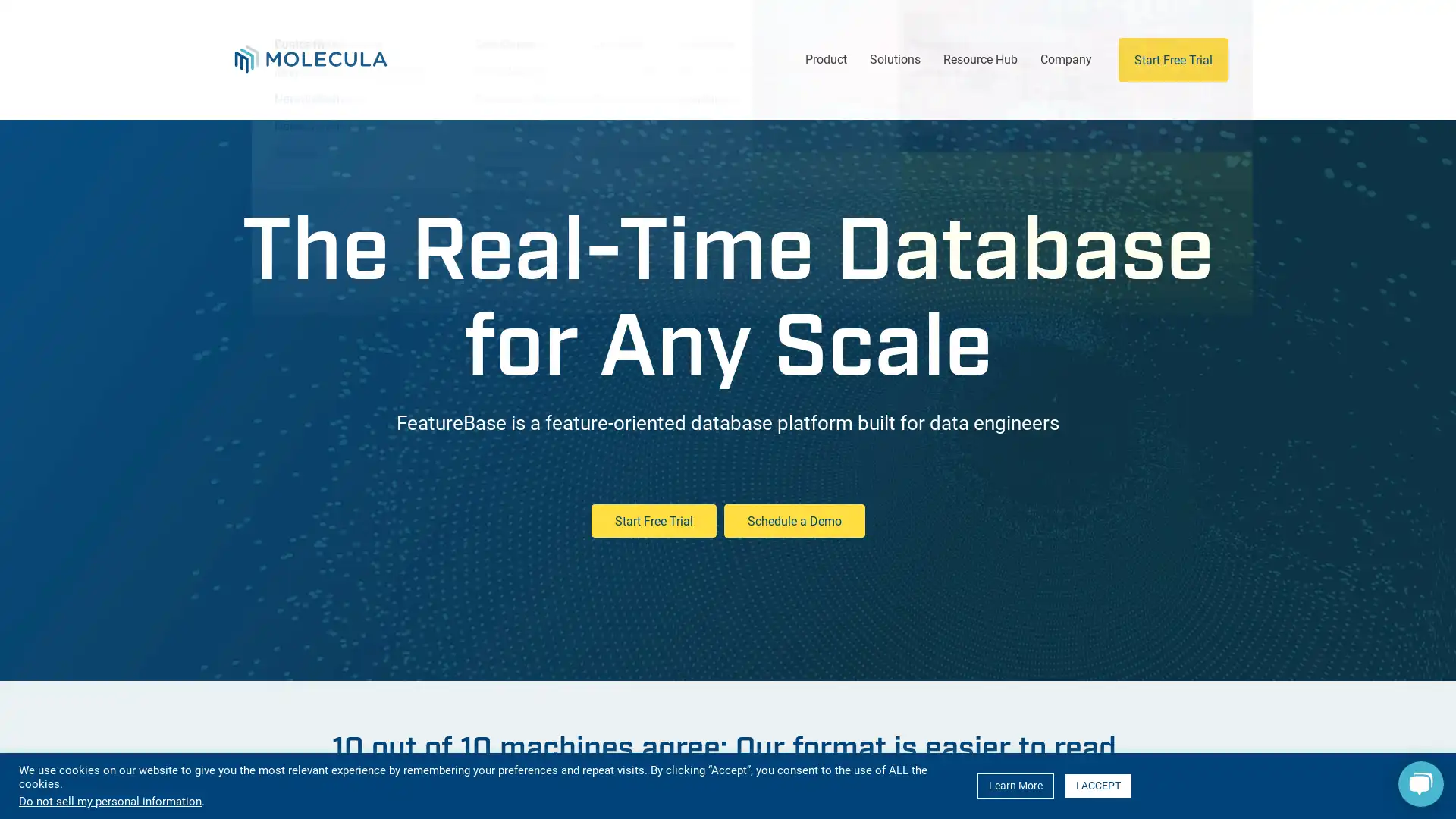 Image resolution: width=1456 pixels, height=819 pixels. What do you see at coordinates (1098, 785) in the screenshot?
I see `I ACCEPT` at bounding box center [1098, 785].